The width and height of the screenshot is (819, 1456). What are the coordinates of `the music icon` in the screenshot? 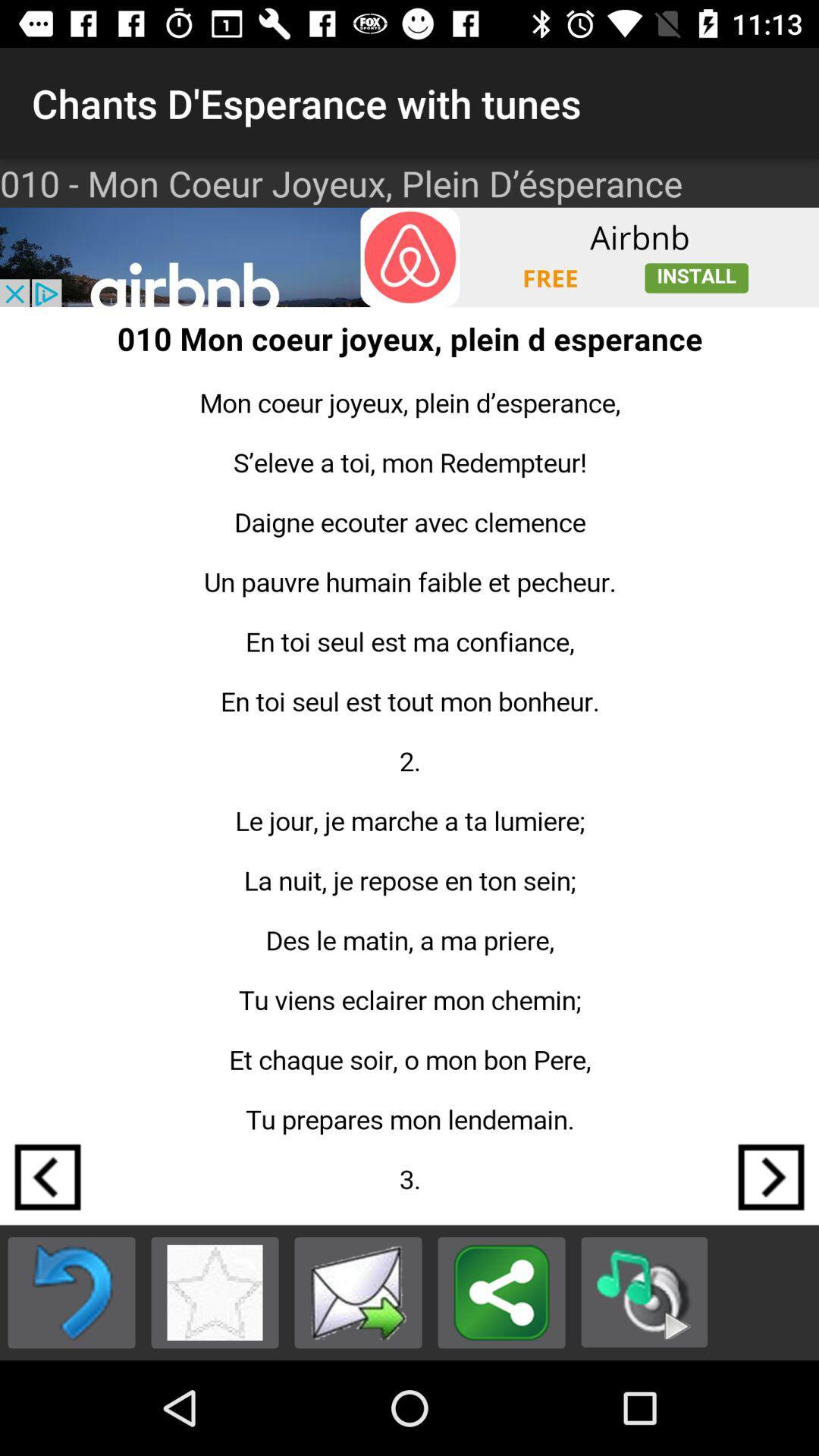 It's located at (644, 1291).